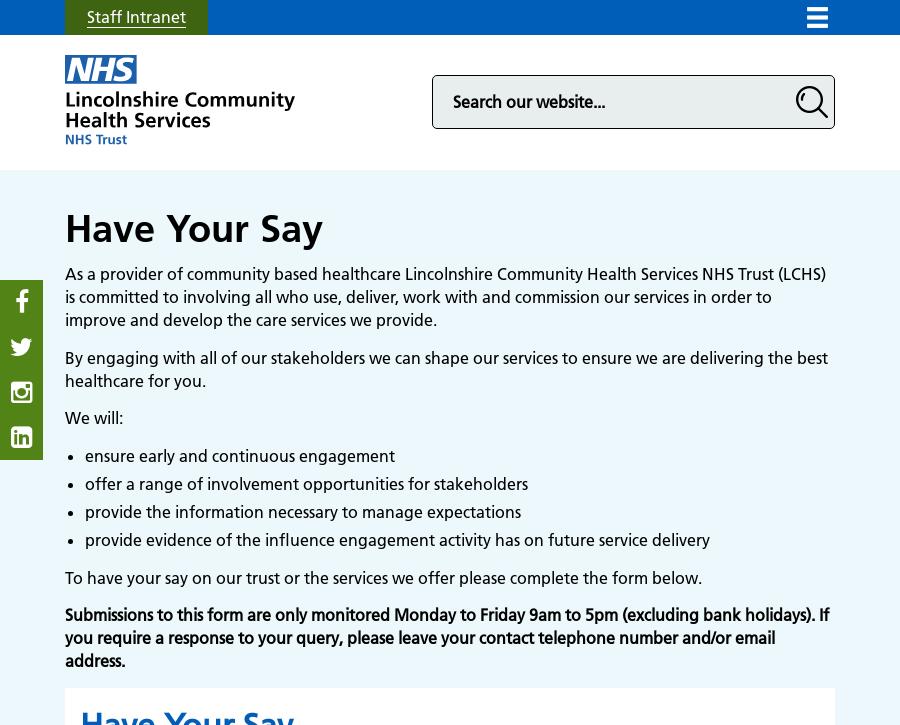  I want to click on 'As a provider of community based healthcare Lincolnshire Community Health Services NHS Trust (LCHS) is committed to involving all who use, deliver, work with and commission our services in order to improve and develop the care services we provide.', so click(445, 296).